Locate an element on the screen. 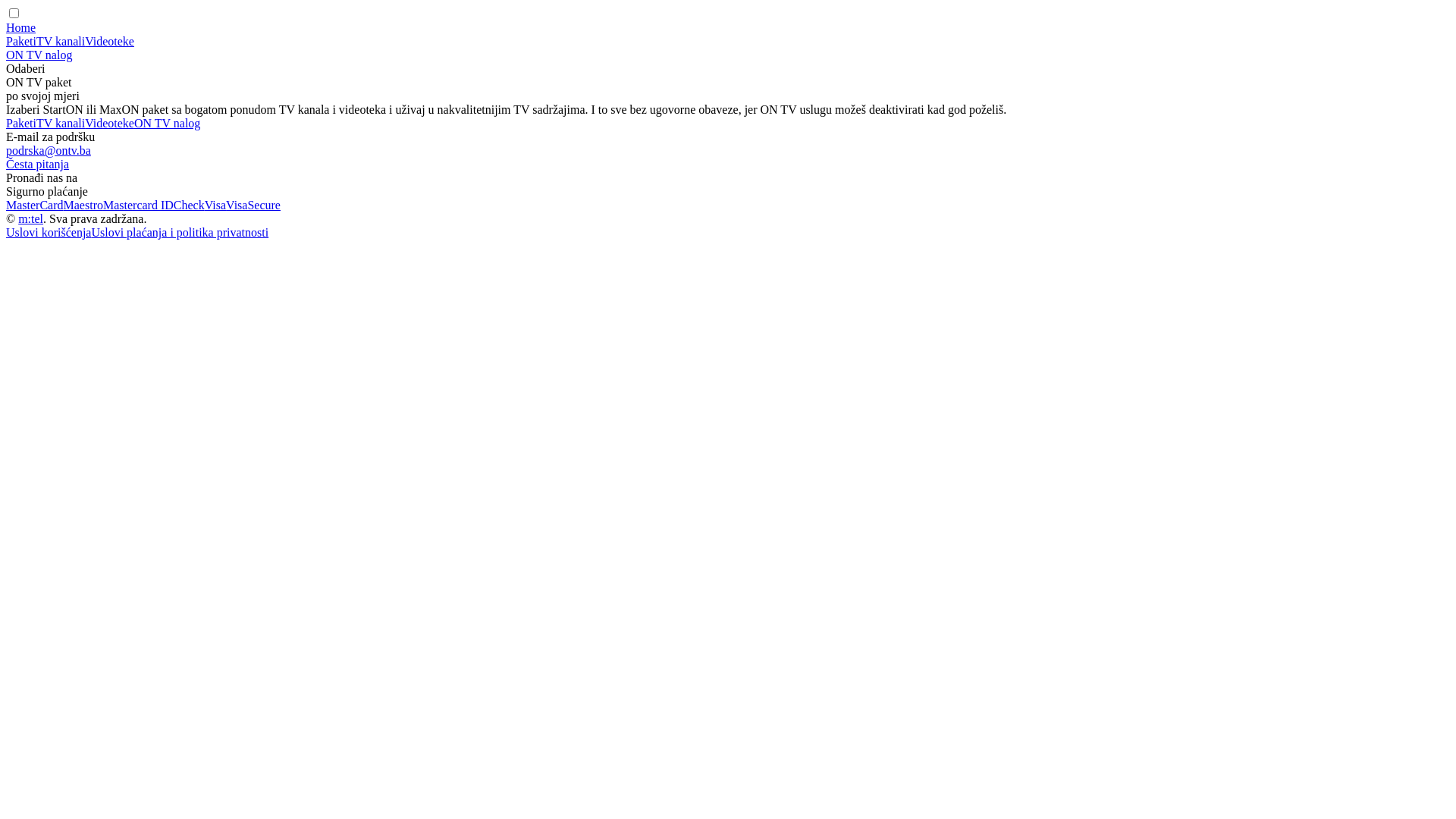 The width and height of the screenshot is (1456, 819). 'Home' is located at coordinates (20, 27).